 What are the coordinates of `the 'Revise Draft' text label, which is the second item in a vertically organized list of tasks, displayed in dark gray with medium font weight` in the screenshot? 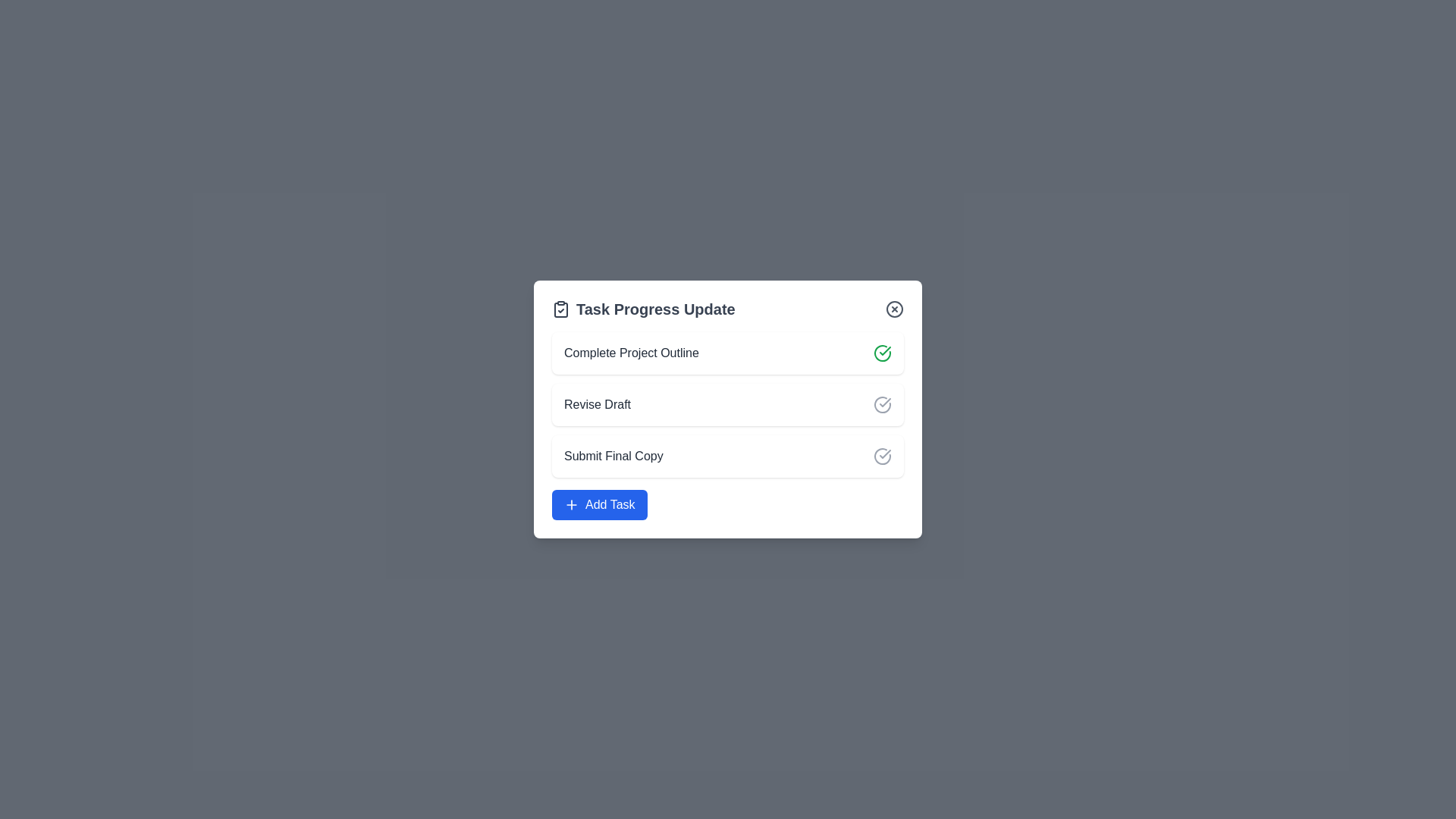 It's located at (596, 403).